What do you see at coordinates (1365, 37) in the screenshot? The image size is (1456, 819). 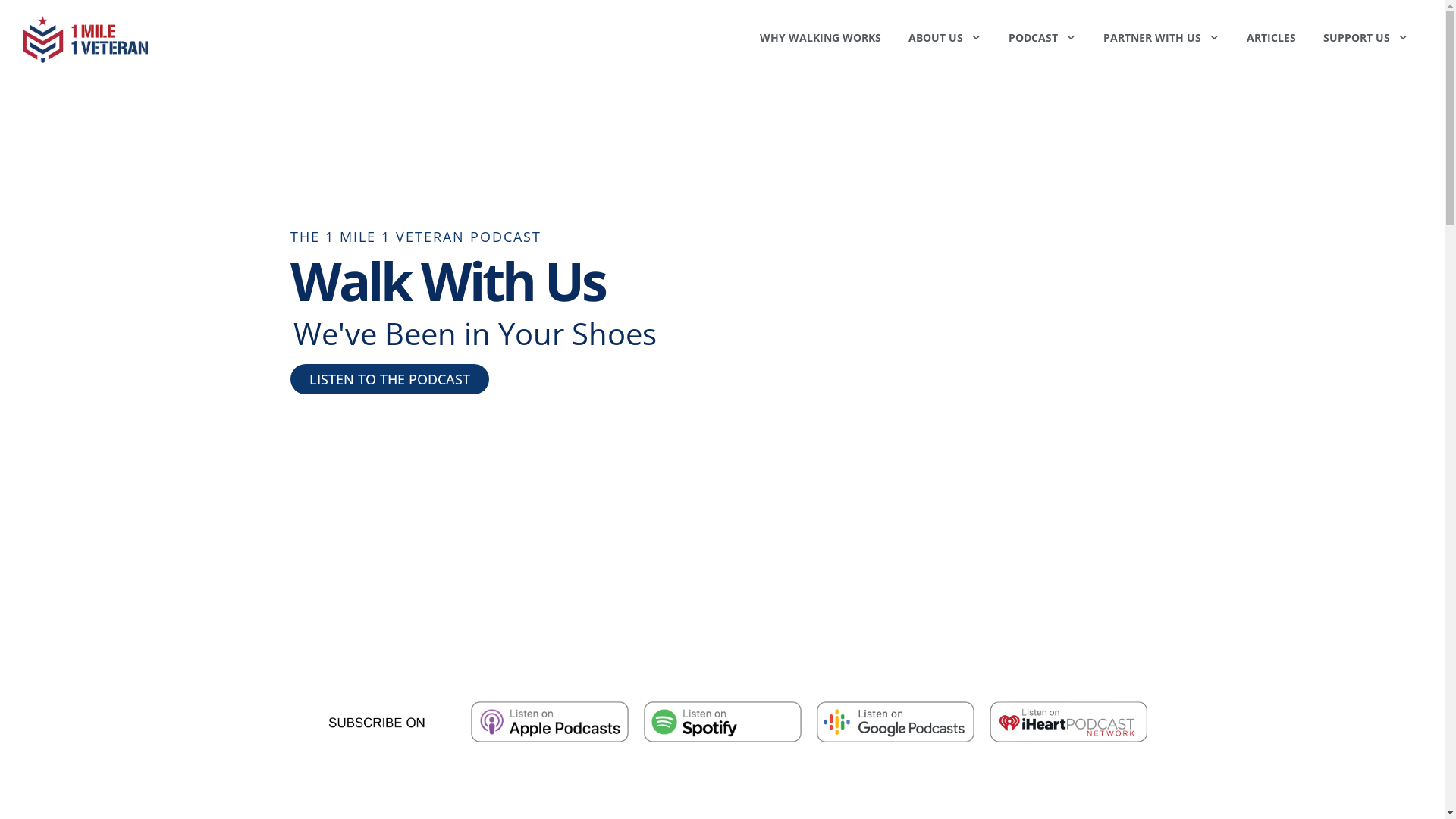 I see `'SUPPORT US'` at bounding box center [1365, 37].